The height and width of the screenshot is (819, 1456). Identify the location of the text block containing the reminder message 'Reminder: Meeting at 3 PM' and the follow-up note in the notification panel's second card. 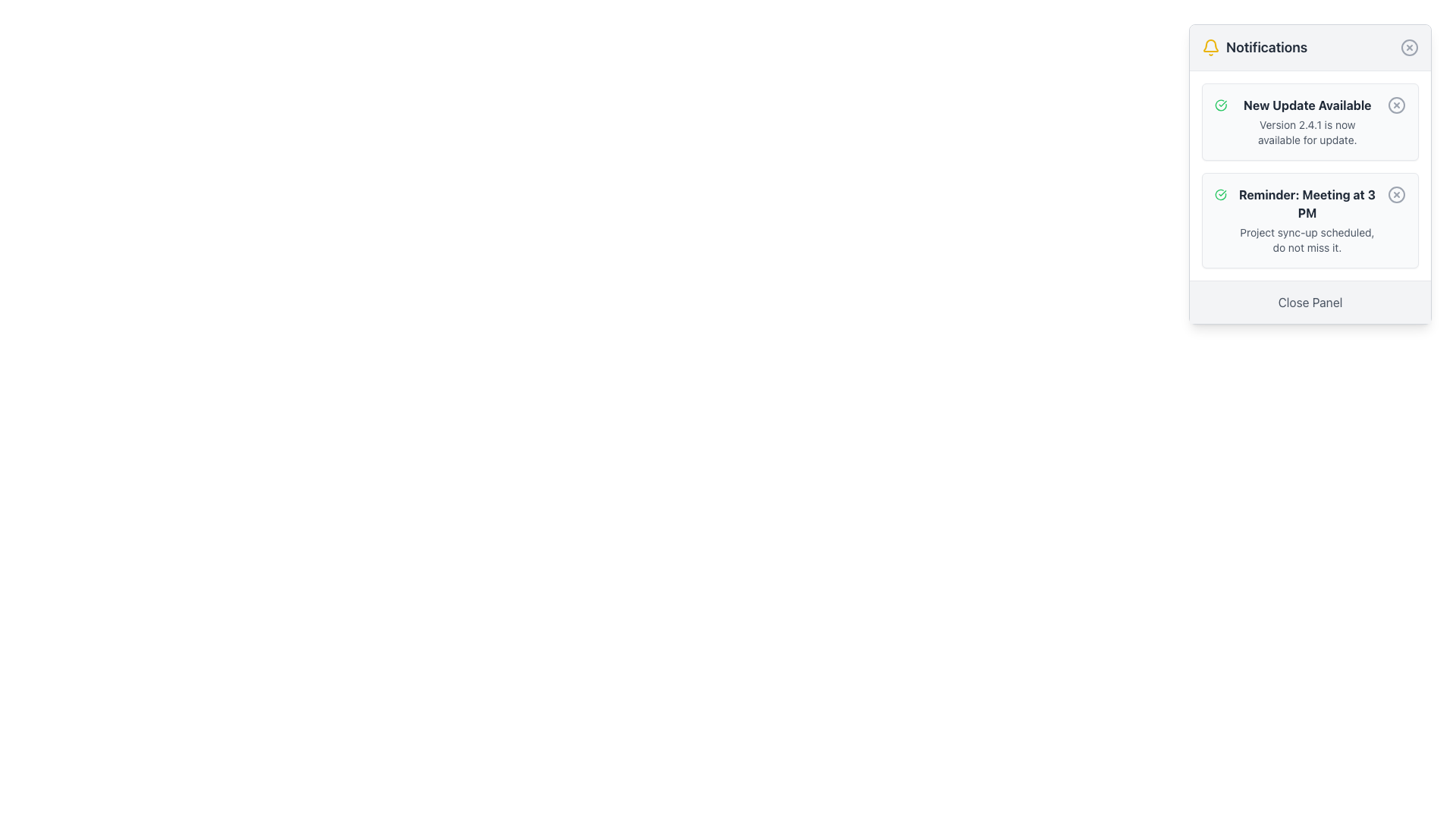
(1306, 220).